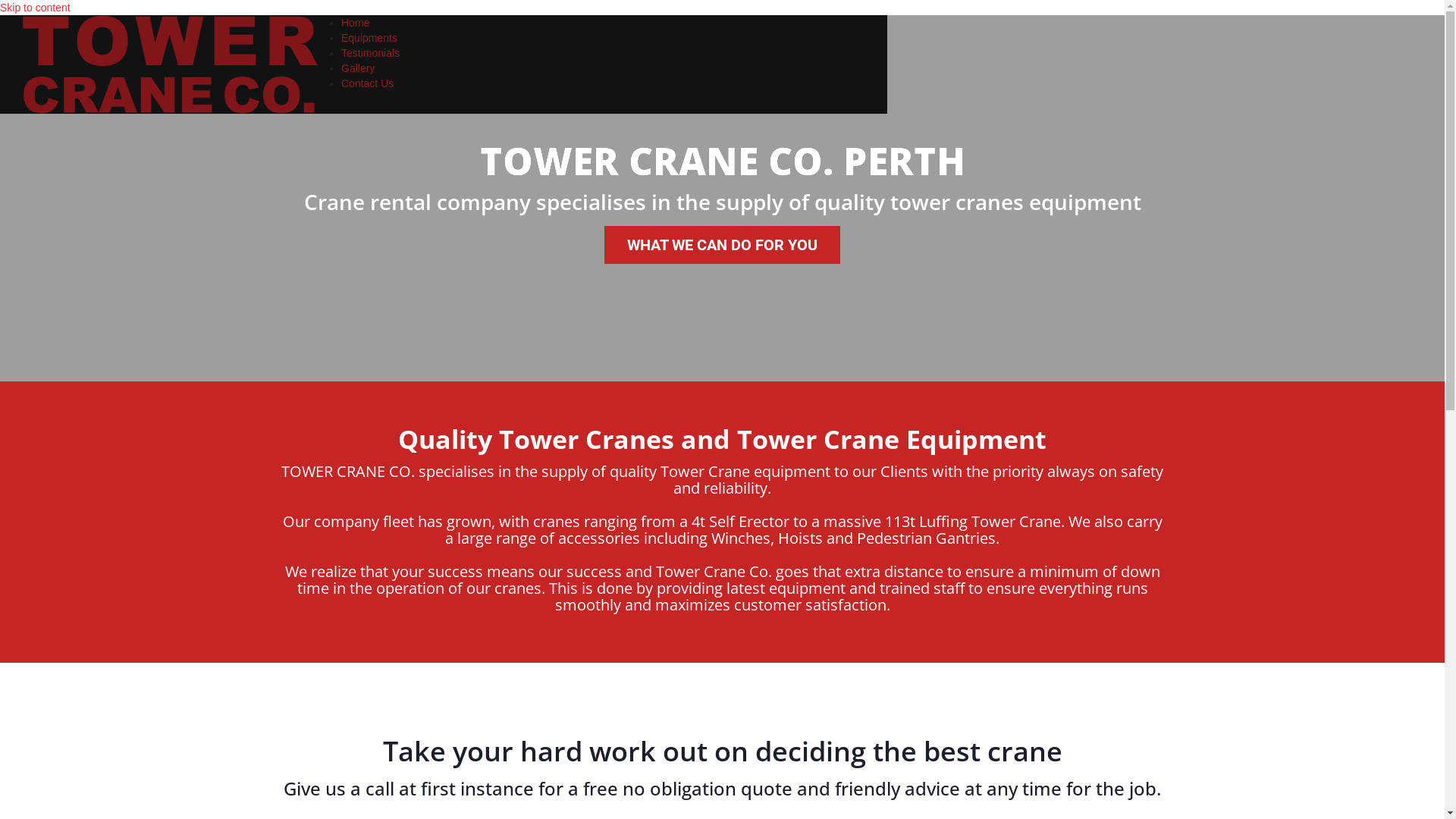 The width and height of the screenshot is (1456, 819). I want to click on 'Testimonials', so click(370, 52).